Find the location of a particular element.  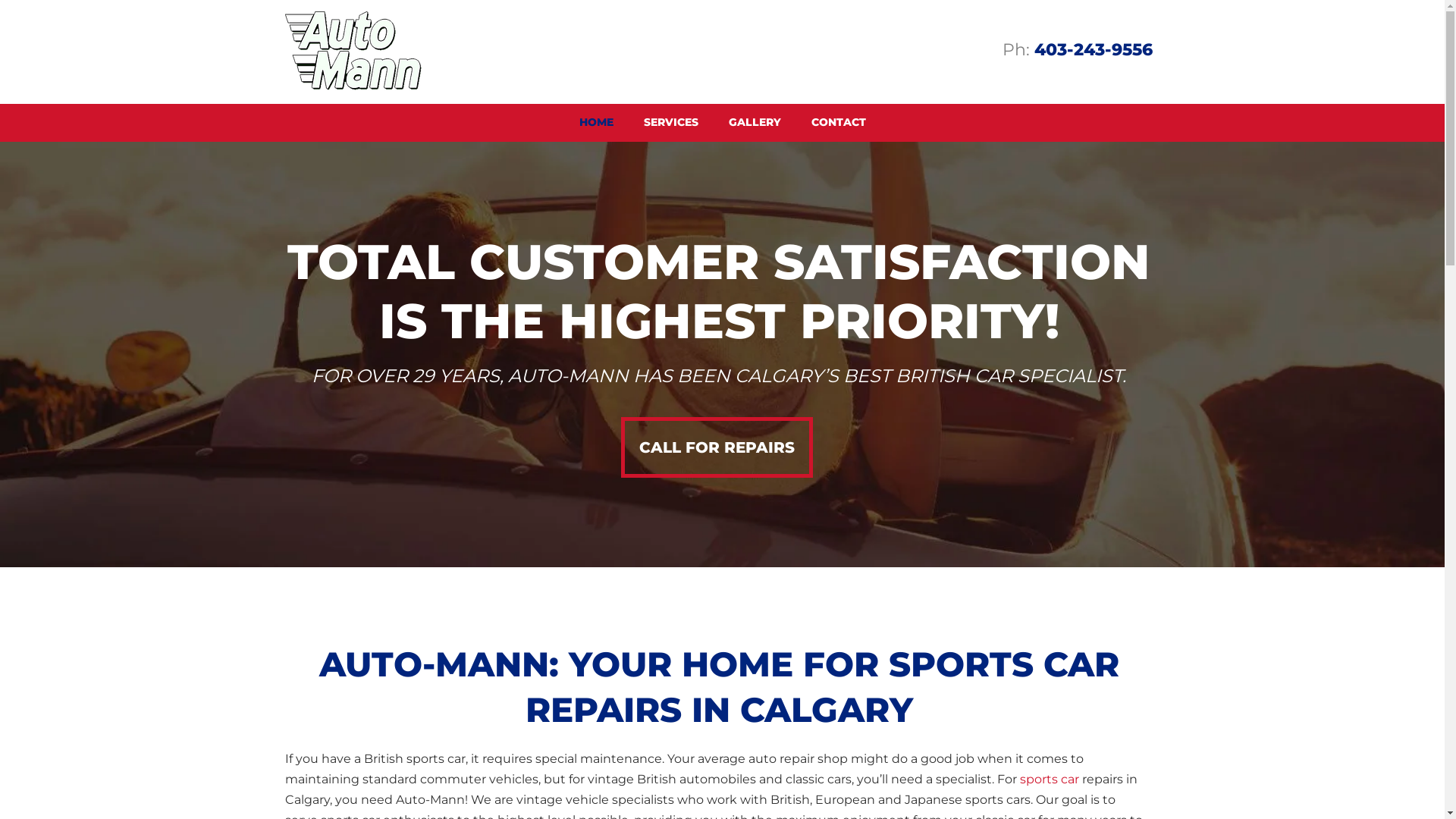

'CALL FOR REPAIRS' is located at coordinates (715, 447).